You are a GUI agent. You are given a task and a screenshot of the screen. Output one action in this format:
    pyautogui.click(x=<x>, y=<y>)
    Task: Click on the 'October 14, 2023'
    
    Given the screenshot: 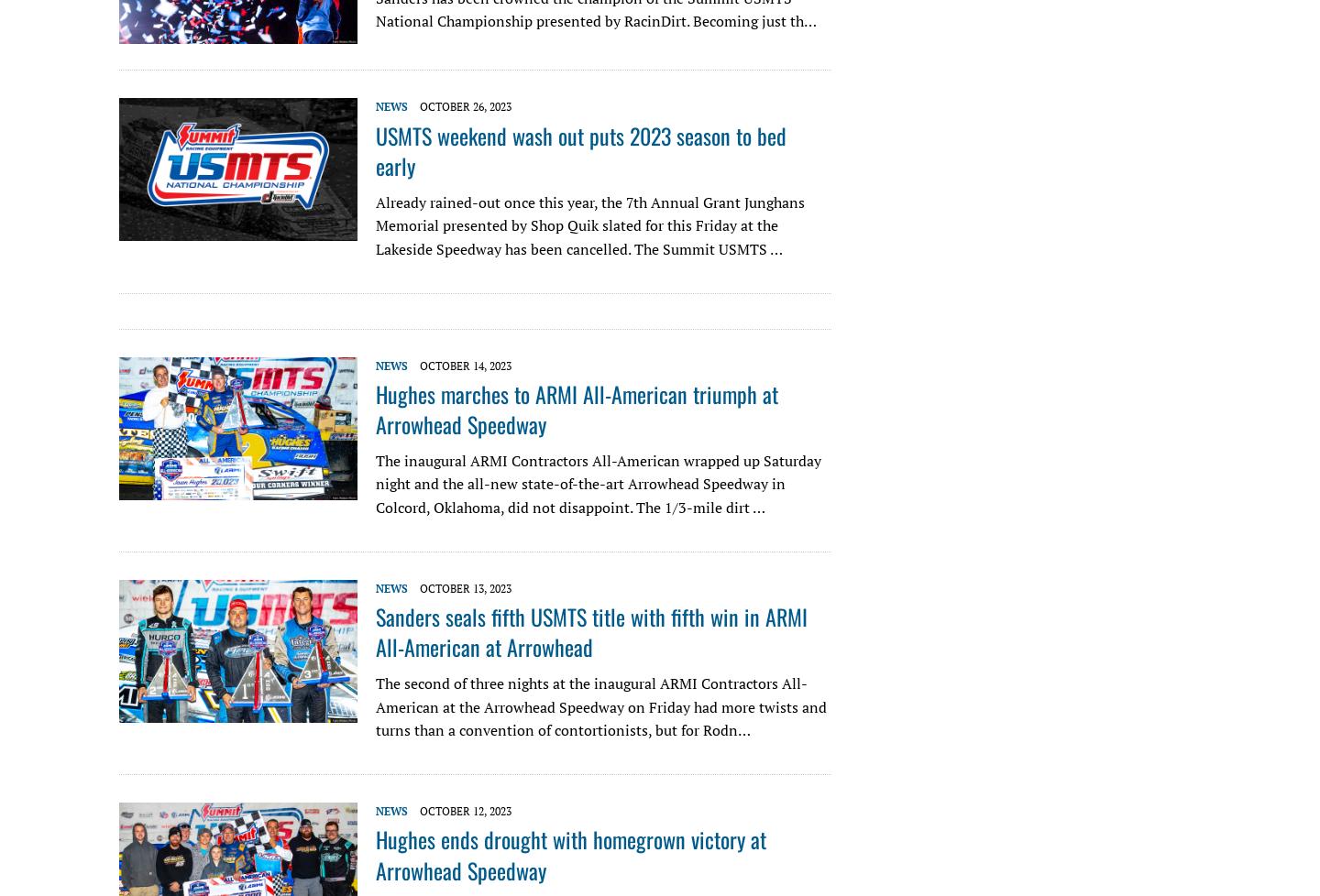 What is the action you would take?
    pyautogui.click(x=465, y=364)
    